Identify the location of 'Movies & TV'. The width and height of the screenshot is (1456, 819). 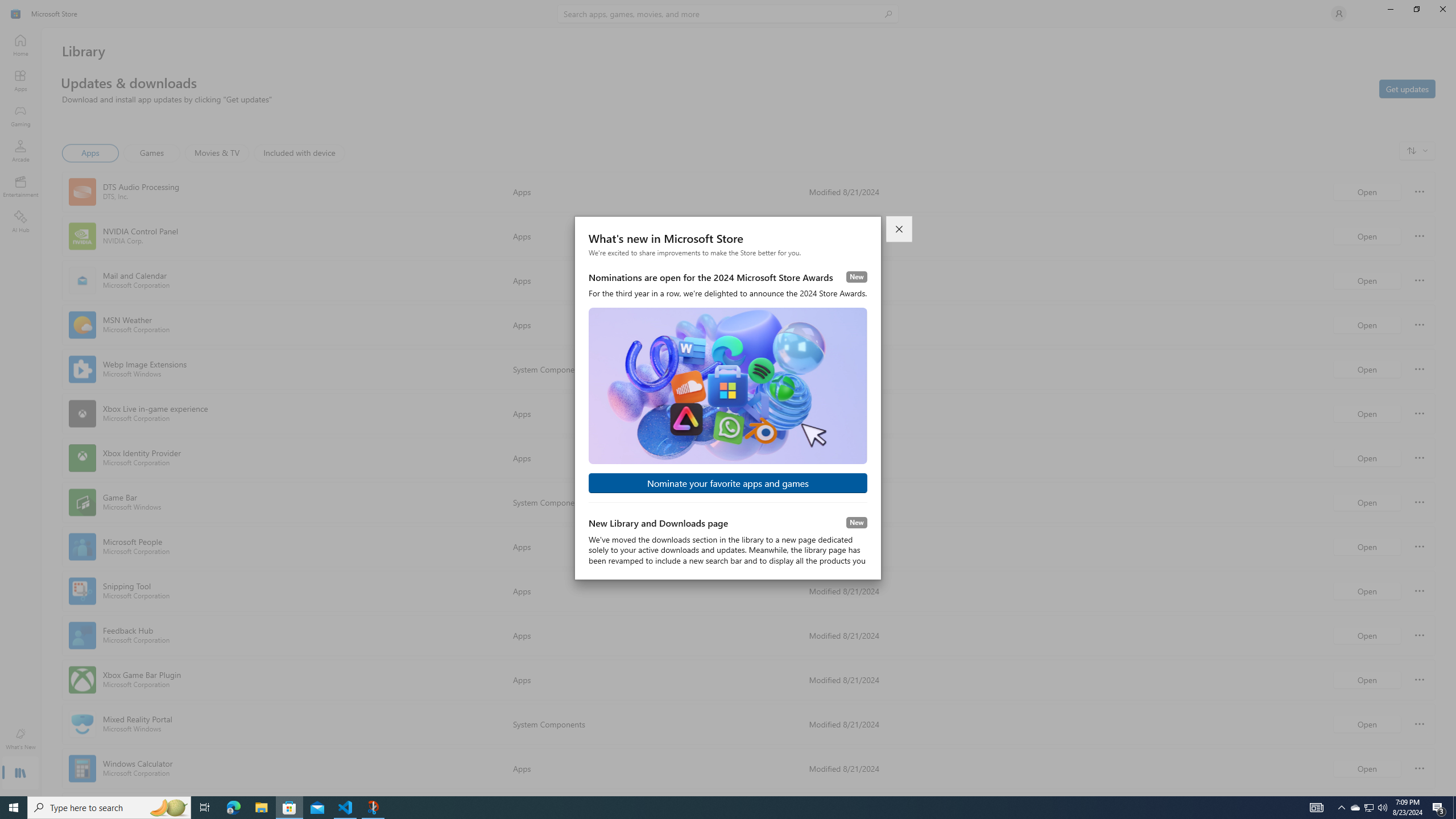
(216, 152).